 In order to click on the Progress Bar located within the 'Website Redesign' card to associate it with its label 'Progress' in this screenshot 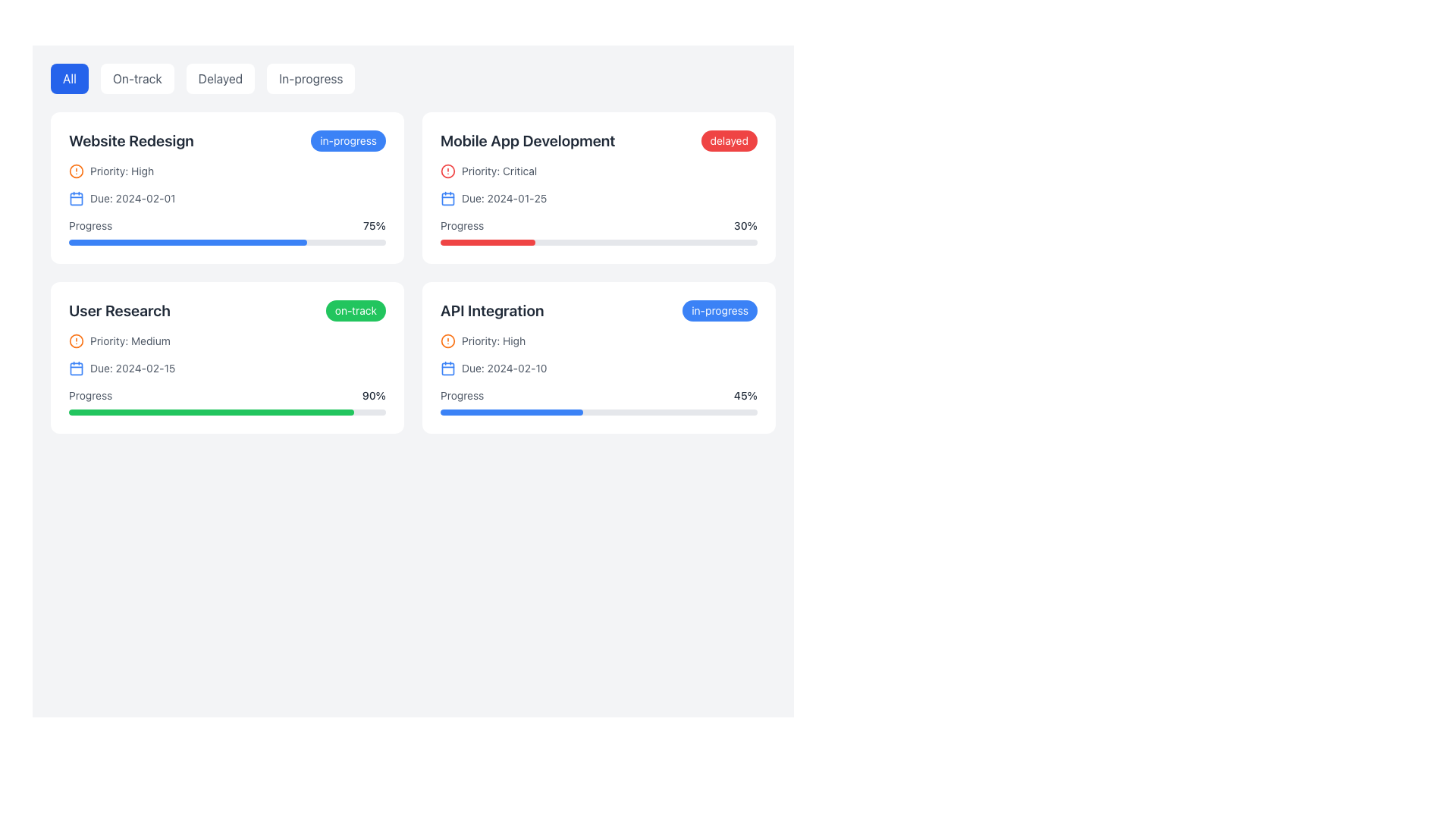, I will do `click(226, 242)`.